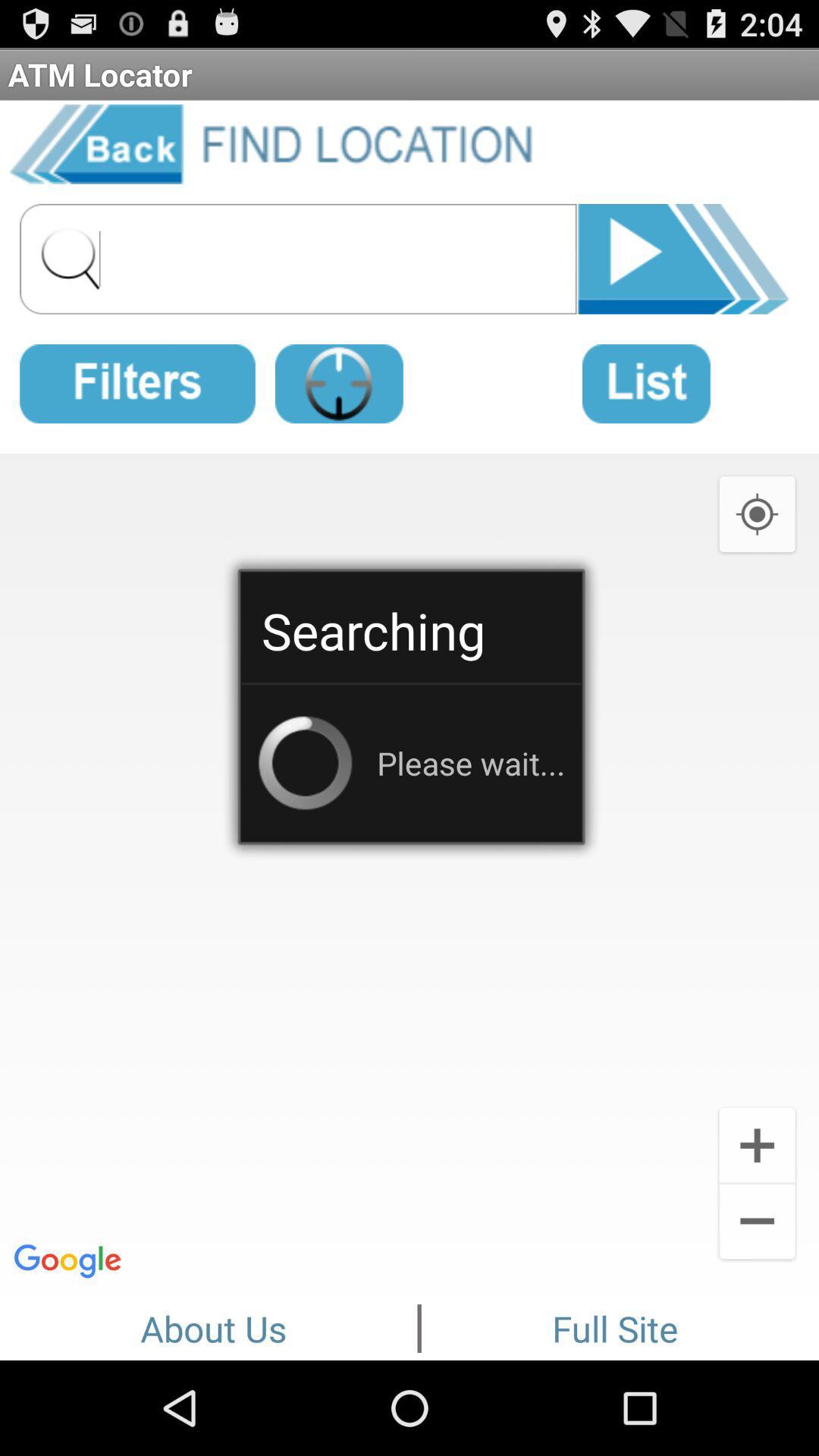 This screenshot has width=819, height=1456. What do you see at coordinates (137, 408) in the screenshot?
I see `the date_range icon` at bounding box center [137, 408].